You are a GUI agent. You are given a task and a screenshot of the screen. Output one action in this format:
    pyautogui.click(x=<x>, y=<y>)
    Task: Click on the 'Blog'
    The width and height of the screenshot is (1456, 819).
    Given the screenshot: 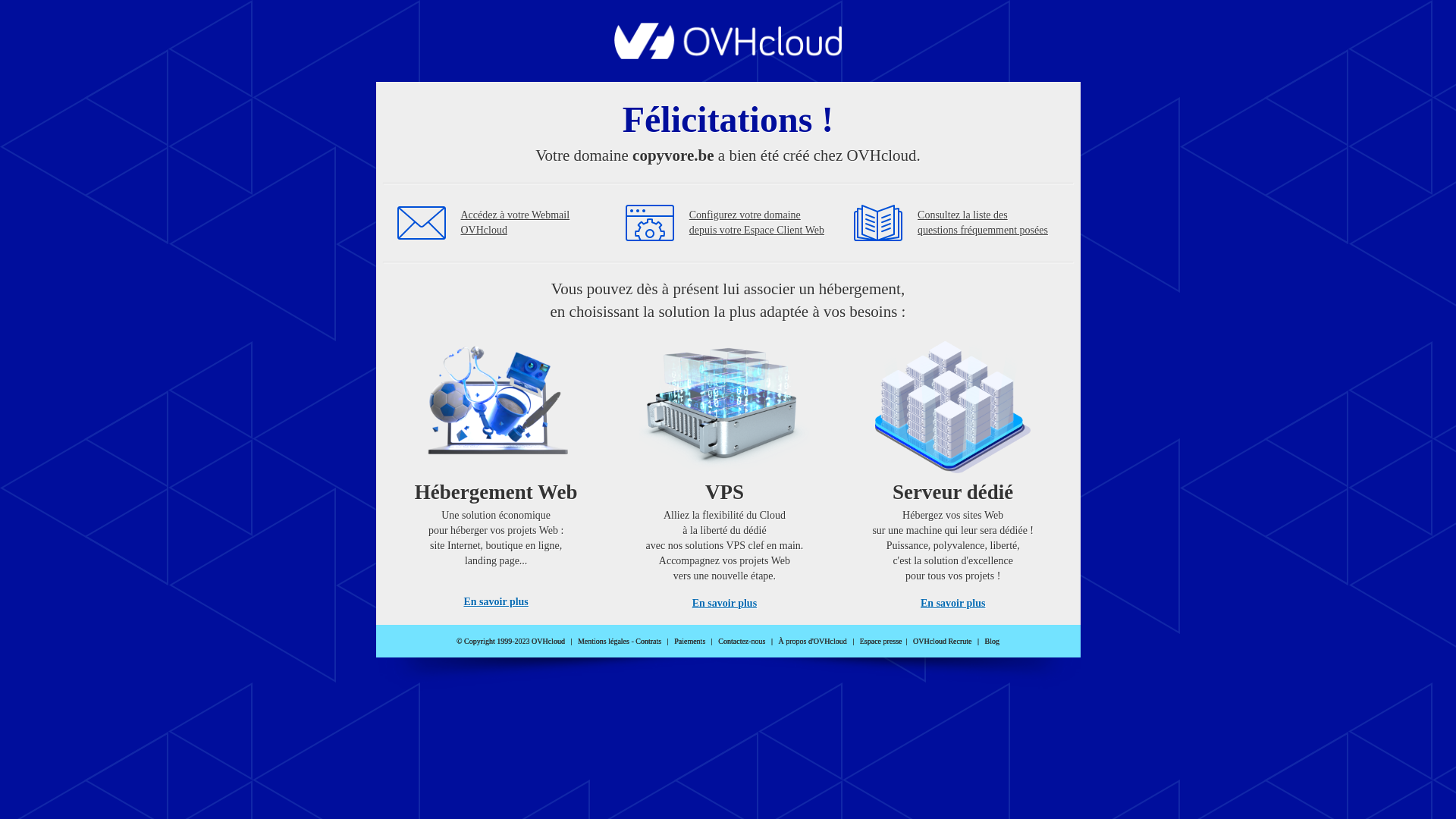 What is the action you would take?
    pyautogui.click(x=992, y=641)
    